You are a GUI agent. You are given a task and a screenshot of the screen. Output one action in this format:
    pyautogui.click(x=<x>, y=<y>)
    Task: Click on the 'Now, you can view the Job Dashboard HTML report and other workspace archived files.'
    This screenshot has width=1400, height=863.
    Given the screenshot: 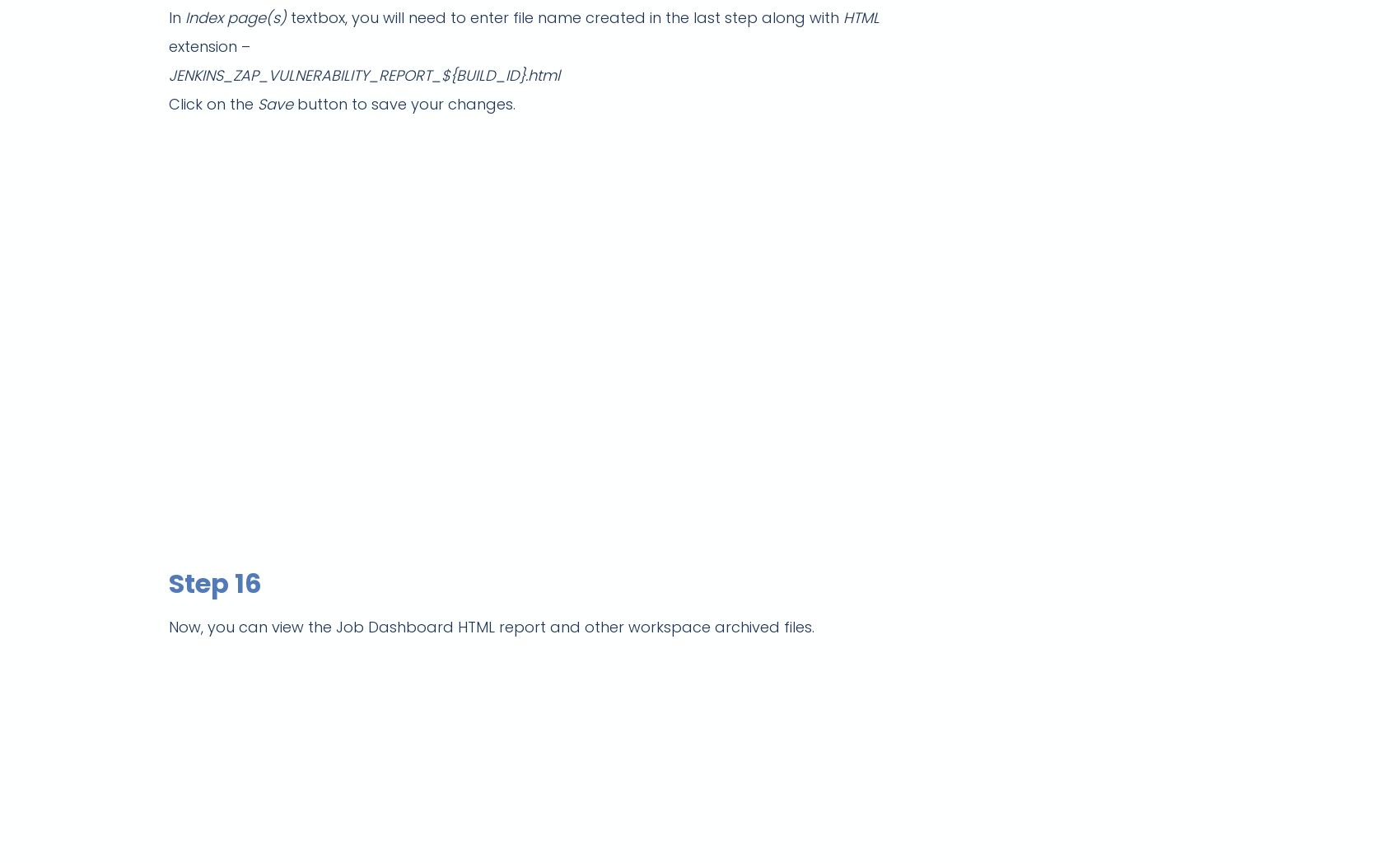 What is the action you would take?
    pyautogui.click(x=491, y=626)
    